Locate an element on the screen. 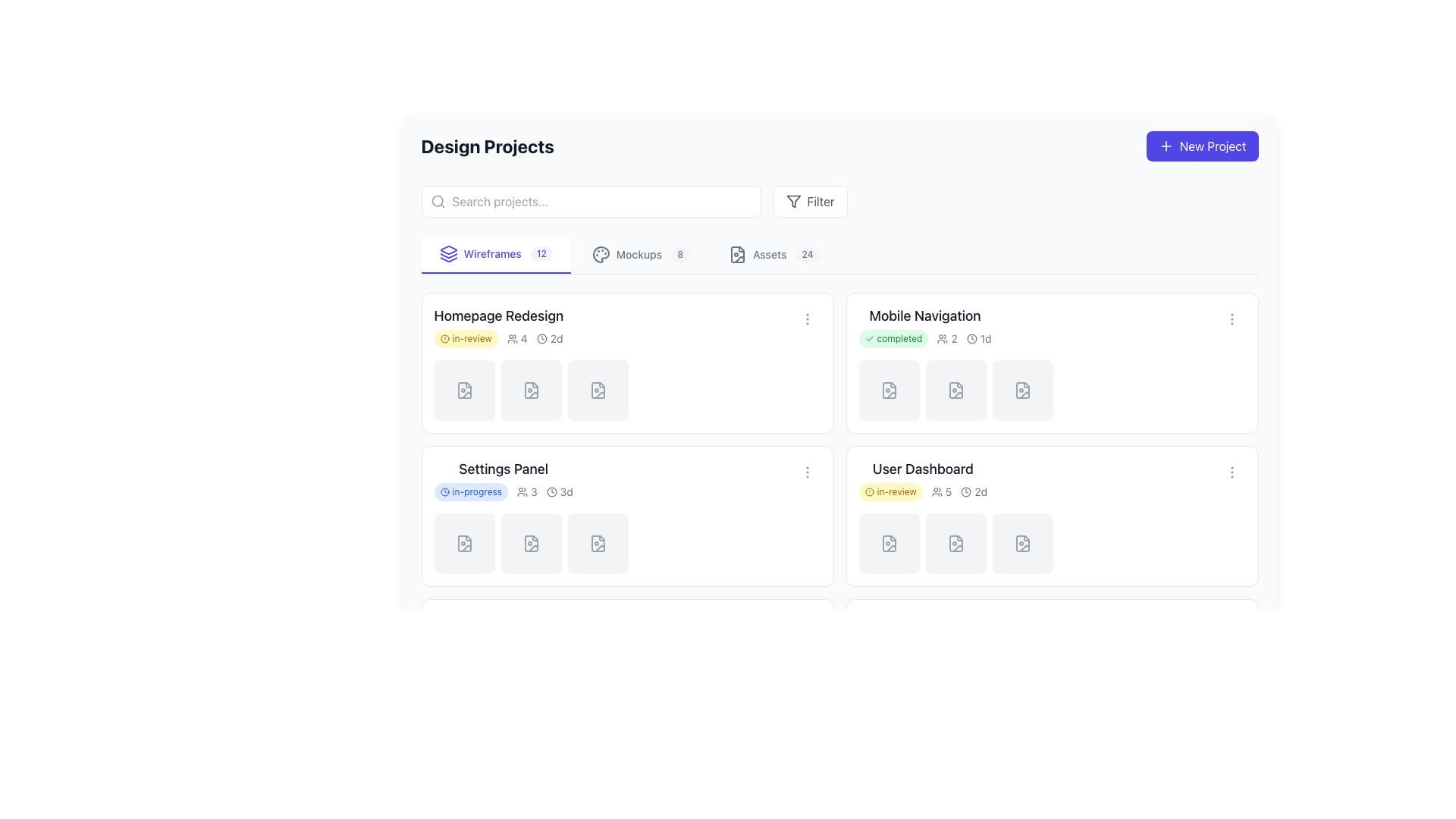 Image resolution: width=1456 pixels, height=819 pixels. the vertical ellipsis icon (three vertically aligned dots) in the top-right corner of the 'Mobile Navigation' card is located at coordinates (1232, 318).